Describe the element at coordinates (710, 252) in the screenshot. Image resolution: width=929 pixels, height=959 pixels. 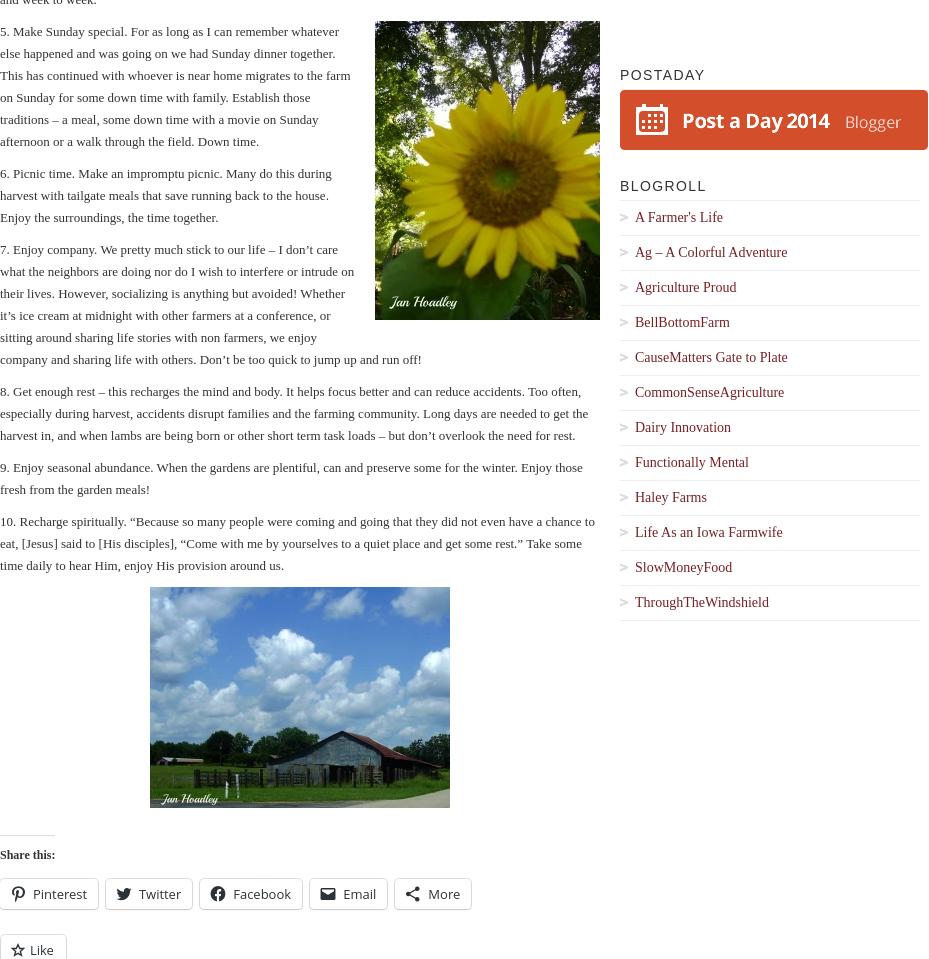
I see `'Ag – A Colorful Adventure'` at that location.